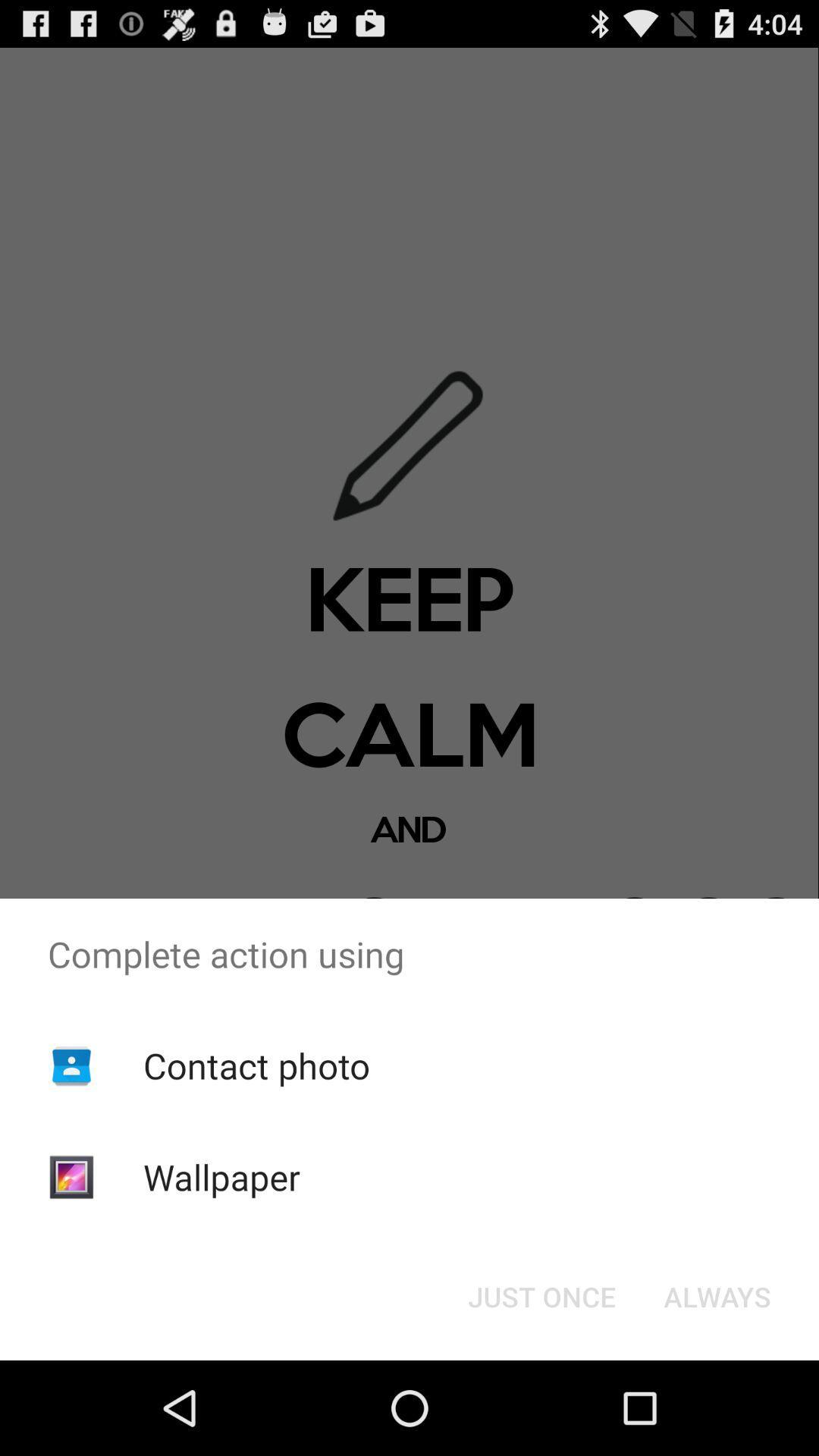 The height and width of the screenshot is (1456, 819). What do you see at coordinates (717, 1295) in the screenshot?
I see `the icon next to just once icon` at bounding box center [717, 1295].